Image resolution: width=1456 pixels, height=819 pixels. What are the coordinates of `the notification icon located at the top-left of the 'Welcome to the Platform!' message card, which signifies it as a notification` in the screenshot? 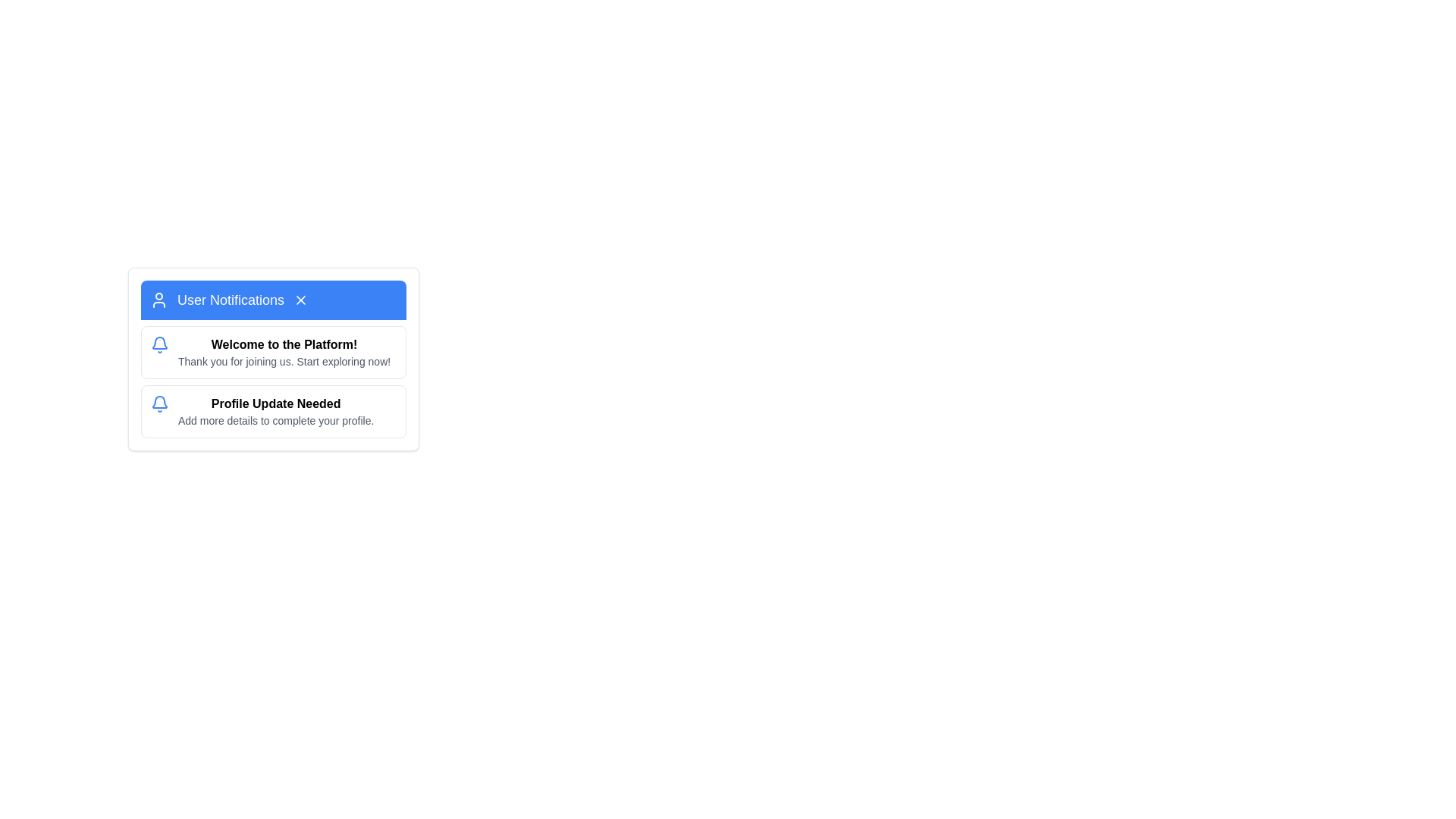 It's located at (160, 345).